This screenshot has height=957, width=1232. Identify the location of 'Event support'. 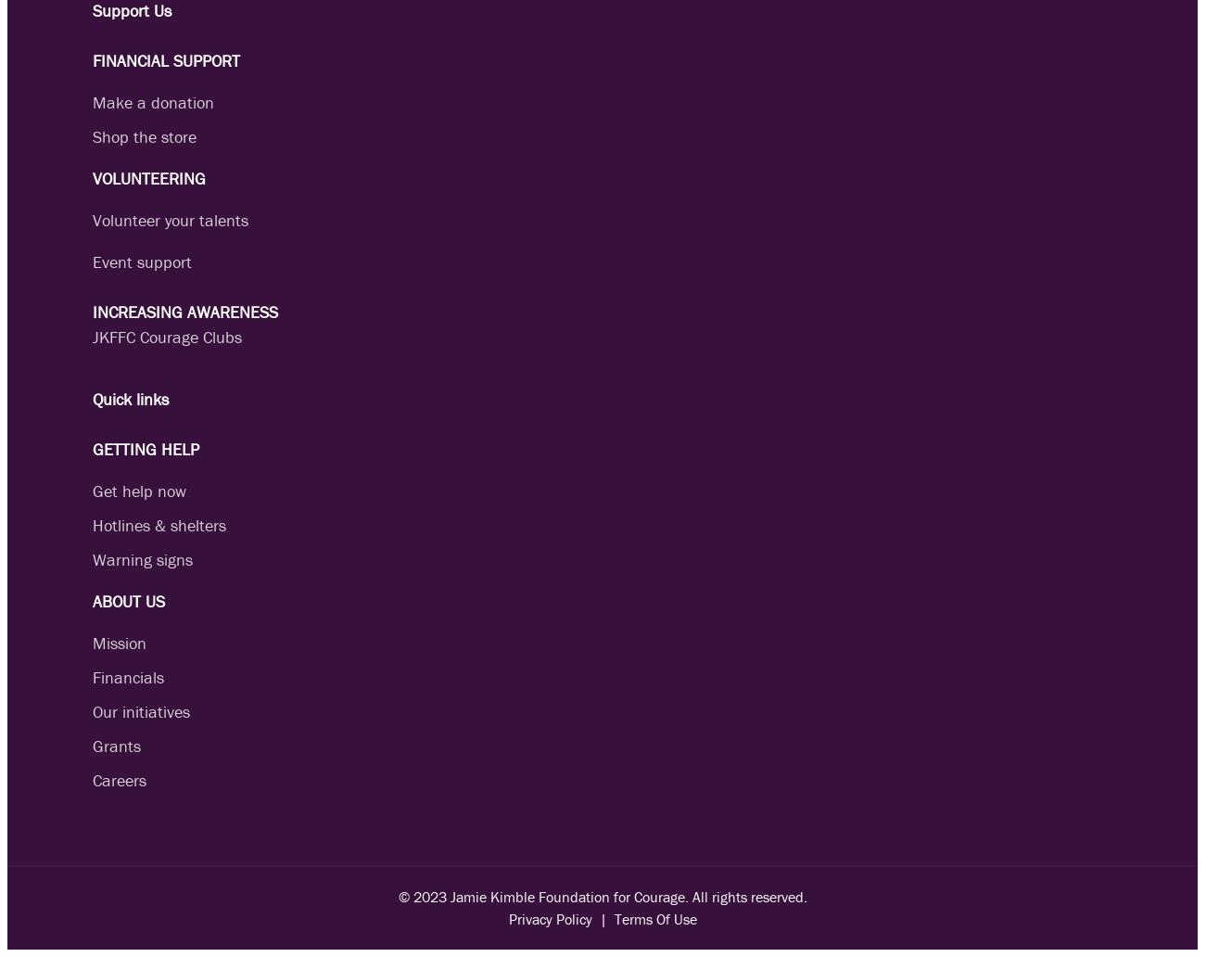
(141, 262).